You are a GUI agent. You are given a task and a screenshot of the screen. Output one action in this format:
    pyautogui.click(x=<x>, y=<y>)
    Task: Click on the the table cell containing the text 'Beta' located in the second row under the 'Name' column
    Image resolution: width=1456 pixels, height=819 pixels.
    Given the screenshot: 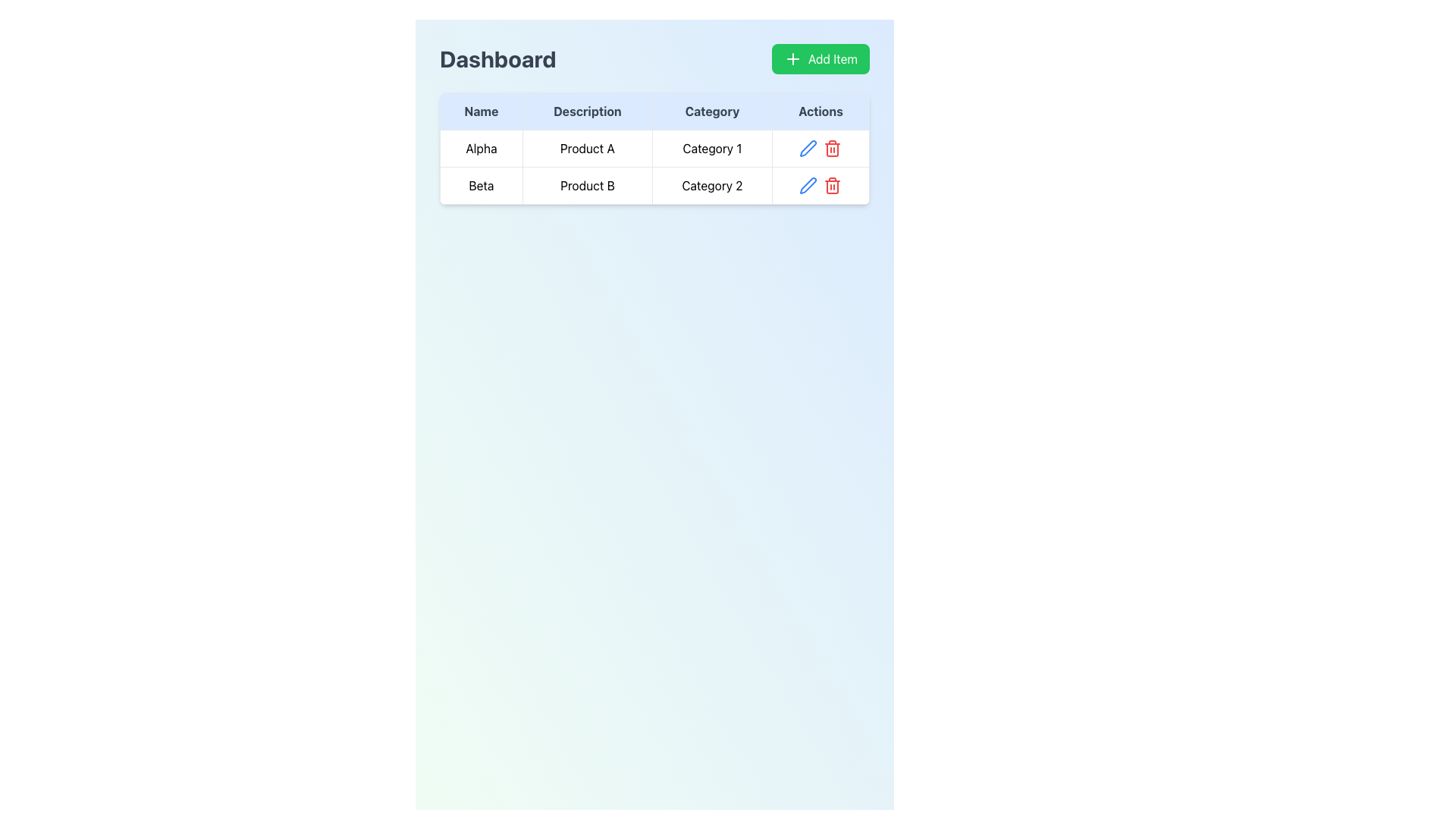 What is the action you would take?
    pyautogui.click(x=480, y=185)
    